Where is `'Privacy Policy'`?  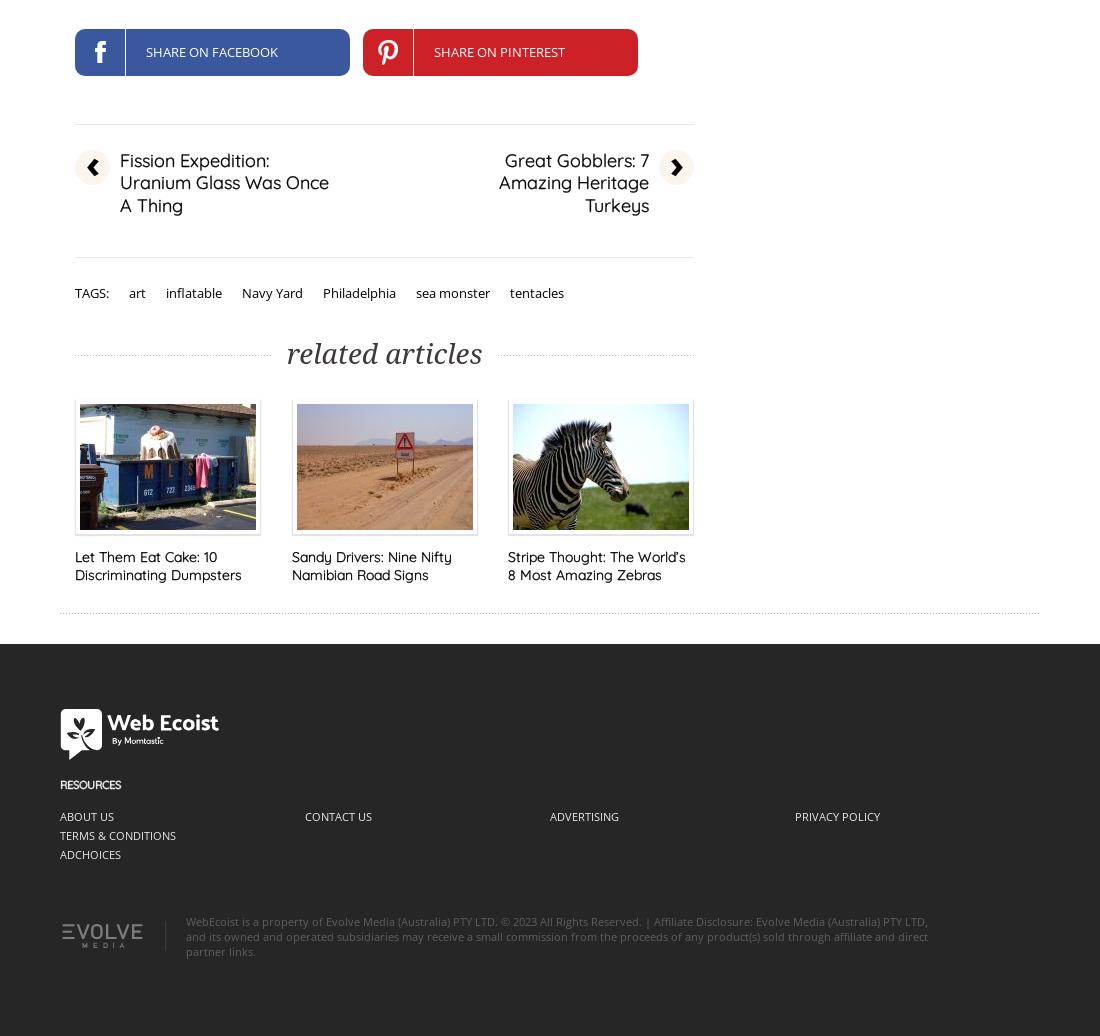 'Privacy Policy' is located at coordinates (836, 816).